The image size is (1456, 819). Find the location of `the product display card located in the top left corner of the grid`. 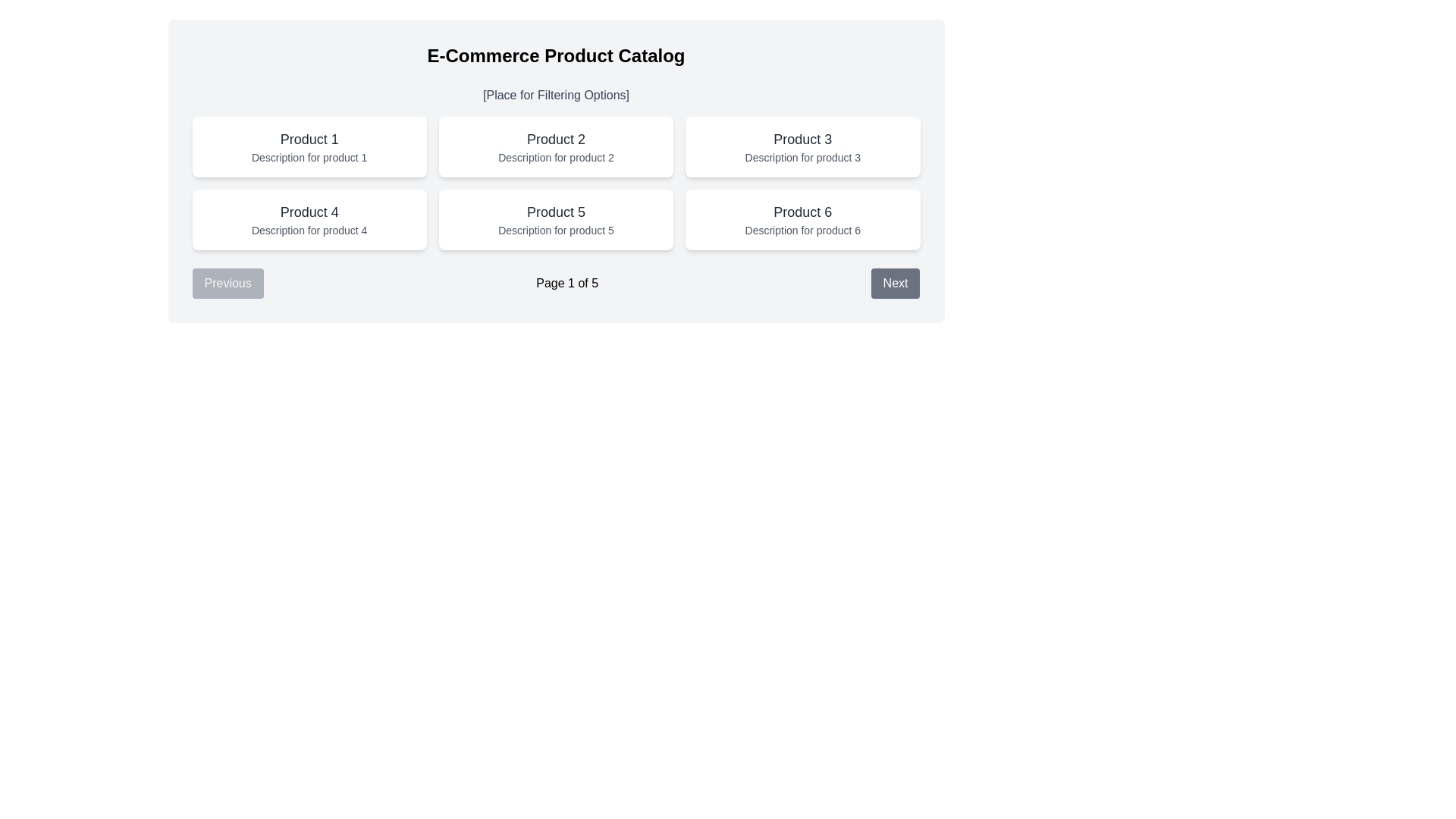

the product display card located in the top left corner of the grid is located at coordinates (309, 146).